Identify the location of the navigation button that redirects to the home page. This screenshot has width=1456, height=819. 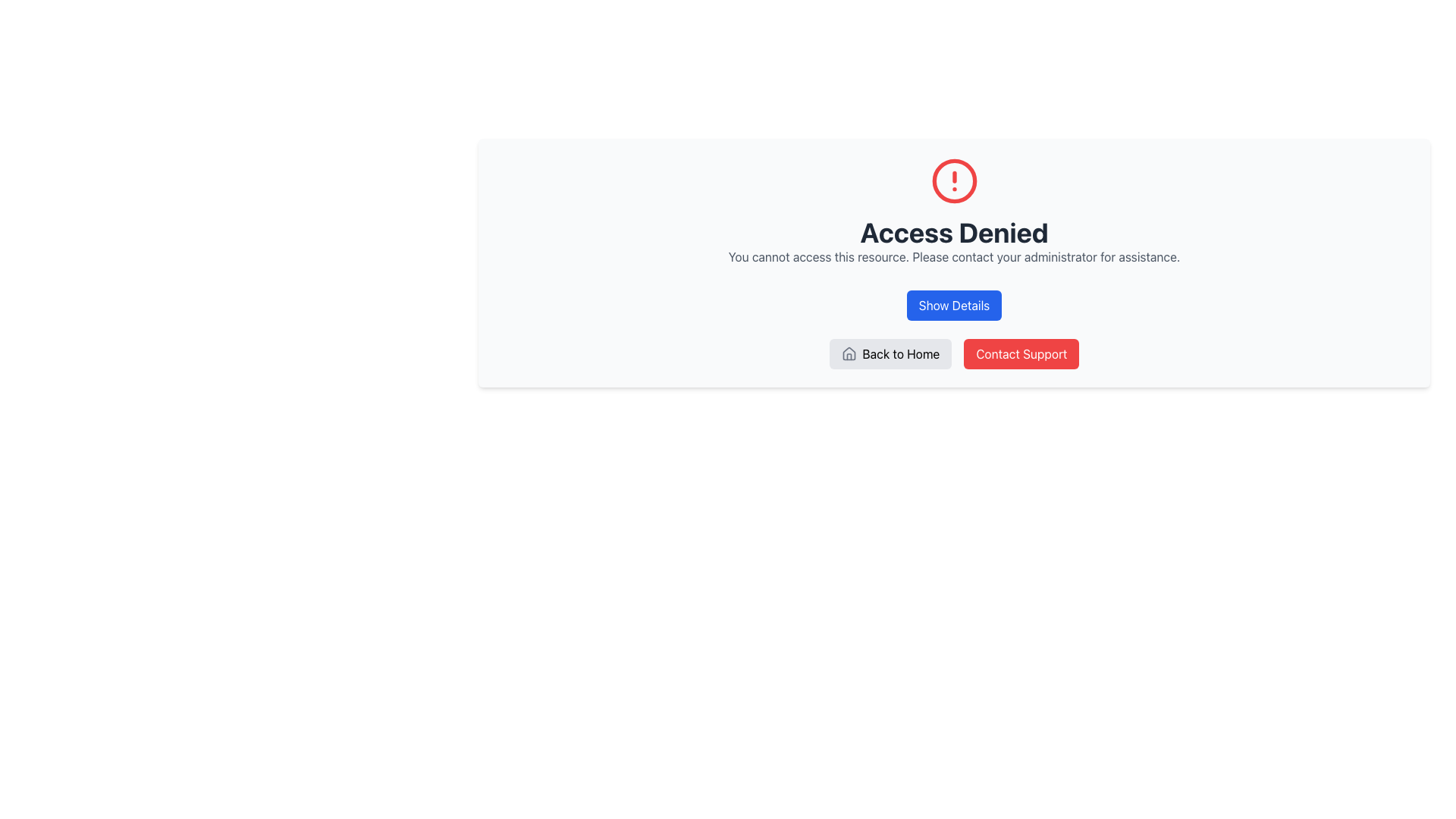
(890, 353).